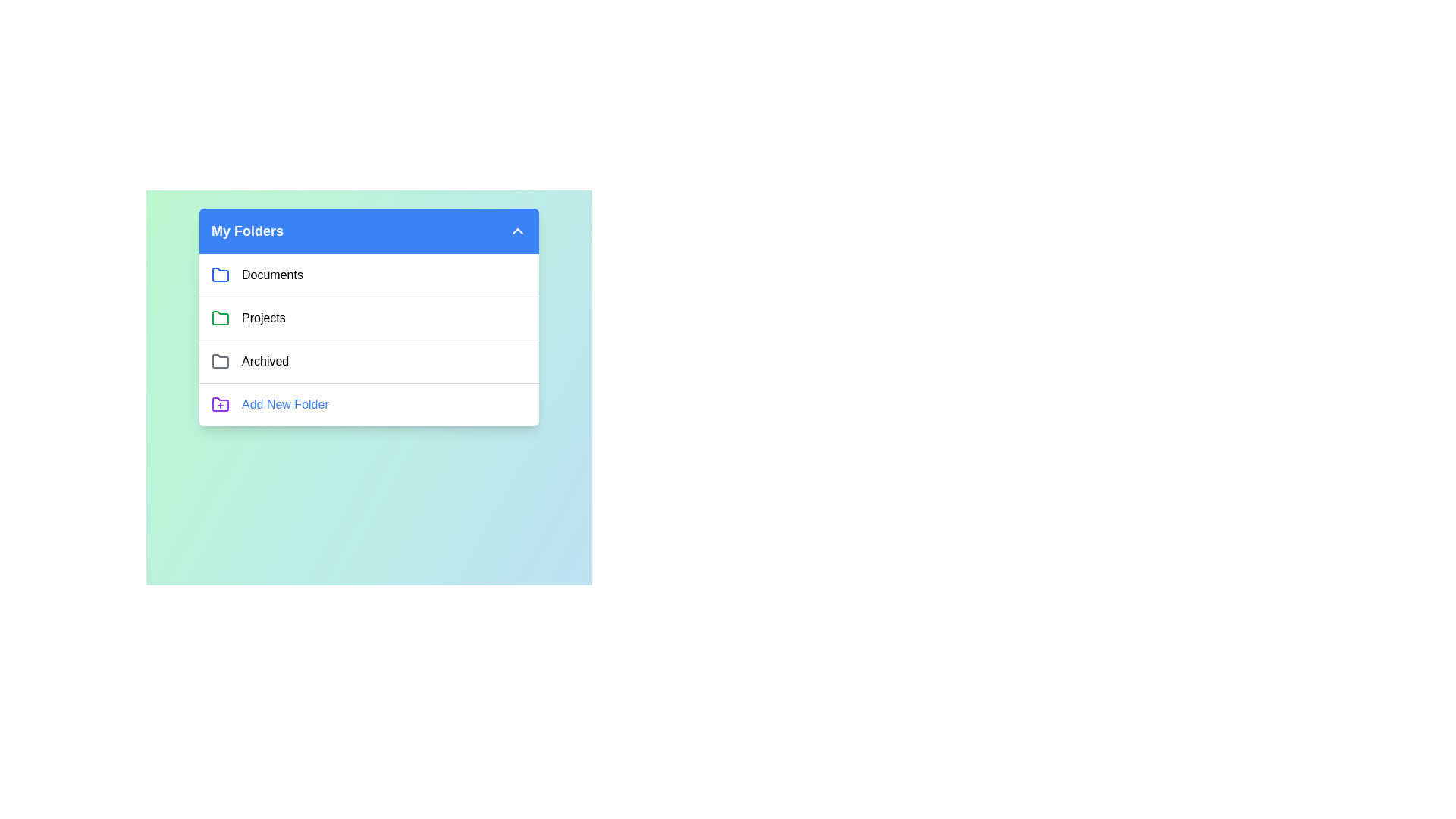 This screenshot has height=819, width=1456. Describe the element at coordinates (369, 231) in the screenshot. I see `the header button to toggle the folder list visibility` at that location.